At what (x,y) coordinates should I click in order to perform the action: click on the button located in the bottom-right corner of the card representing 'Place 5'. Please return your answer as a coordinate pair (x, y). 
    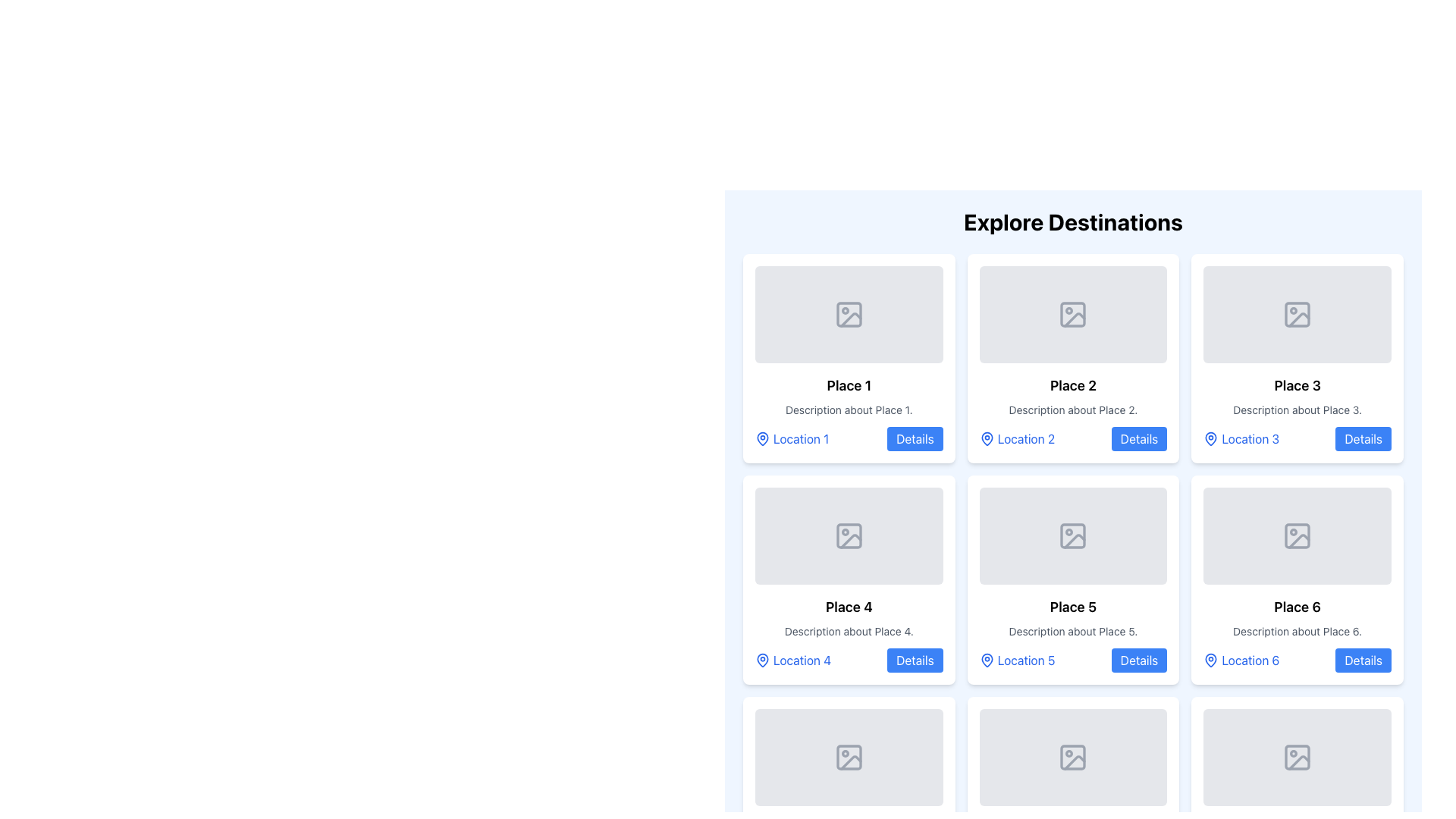
    Looking at the image, I should click on (1139, 660).